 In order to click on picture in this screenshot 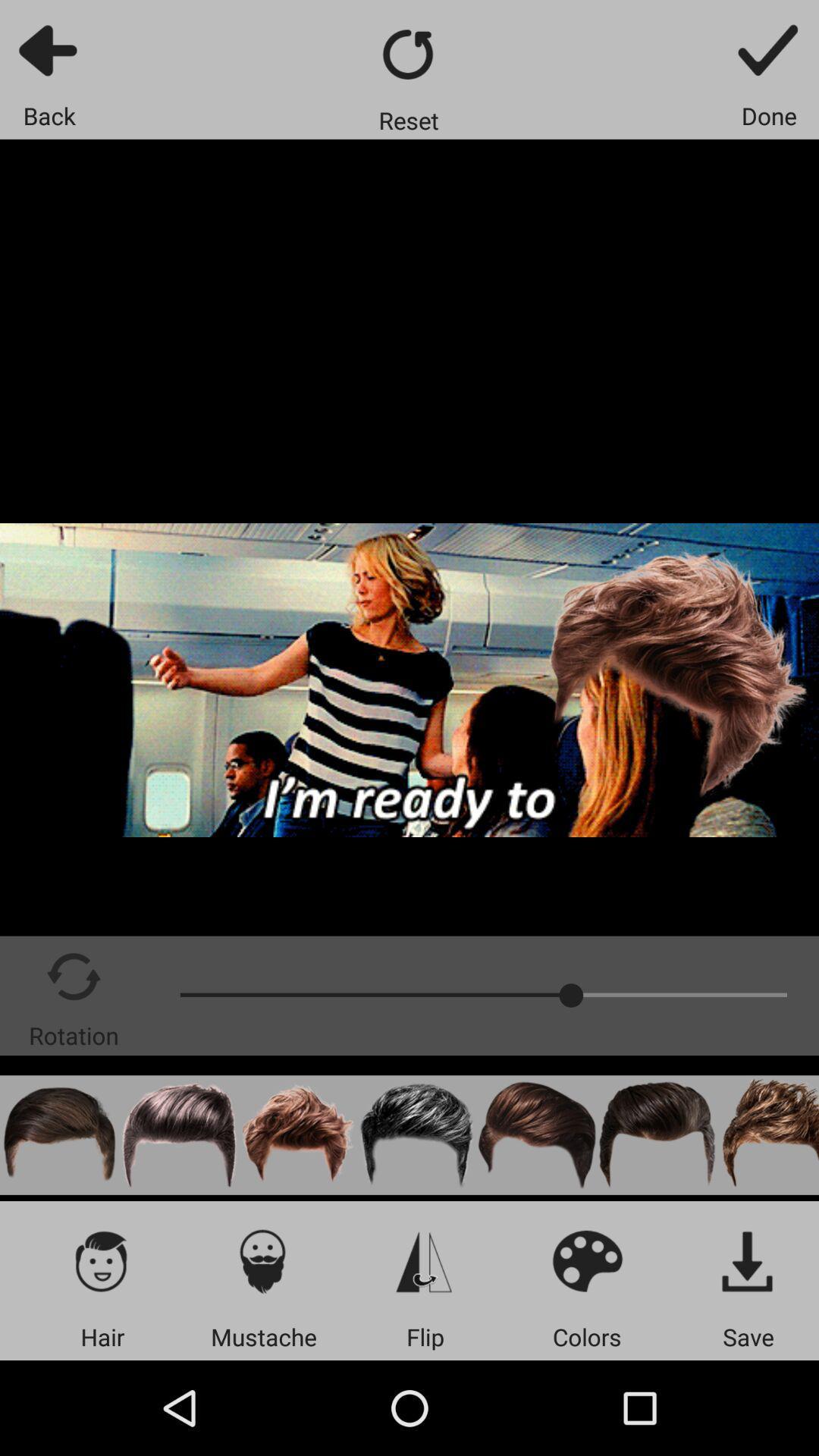, I will do `click(178, 1135)`.